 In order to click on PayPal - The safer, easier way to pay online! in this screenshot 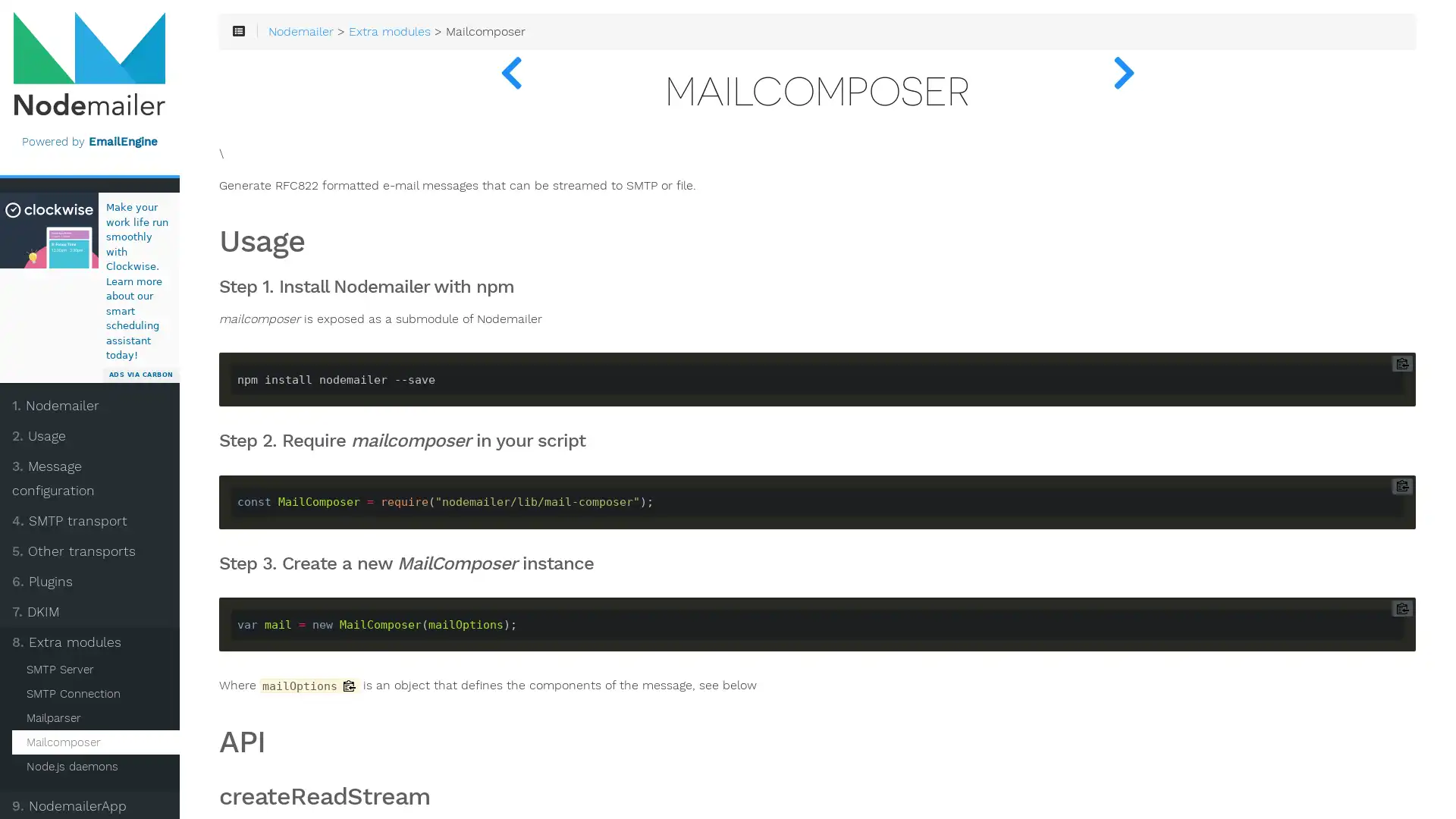, I will do `click(111, 795)`.